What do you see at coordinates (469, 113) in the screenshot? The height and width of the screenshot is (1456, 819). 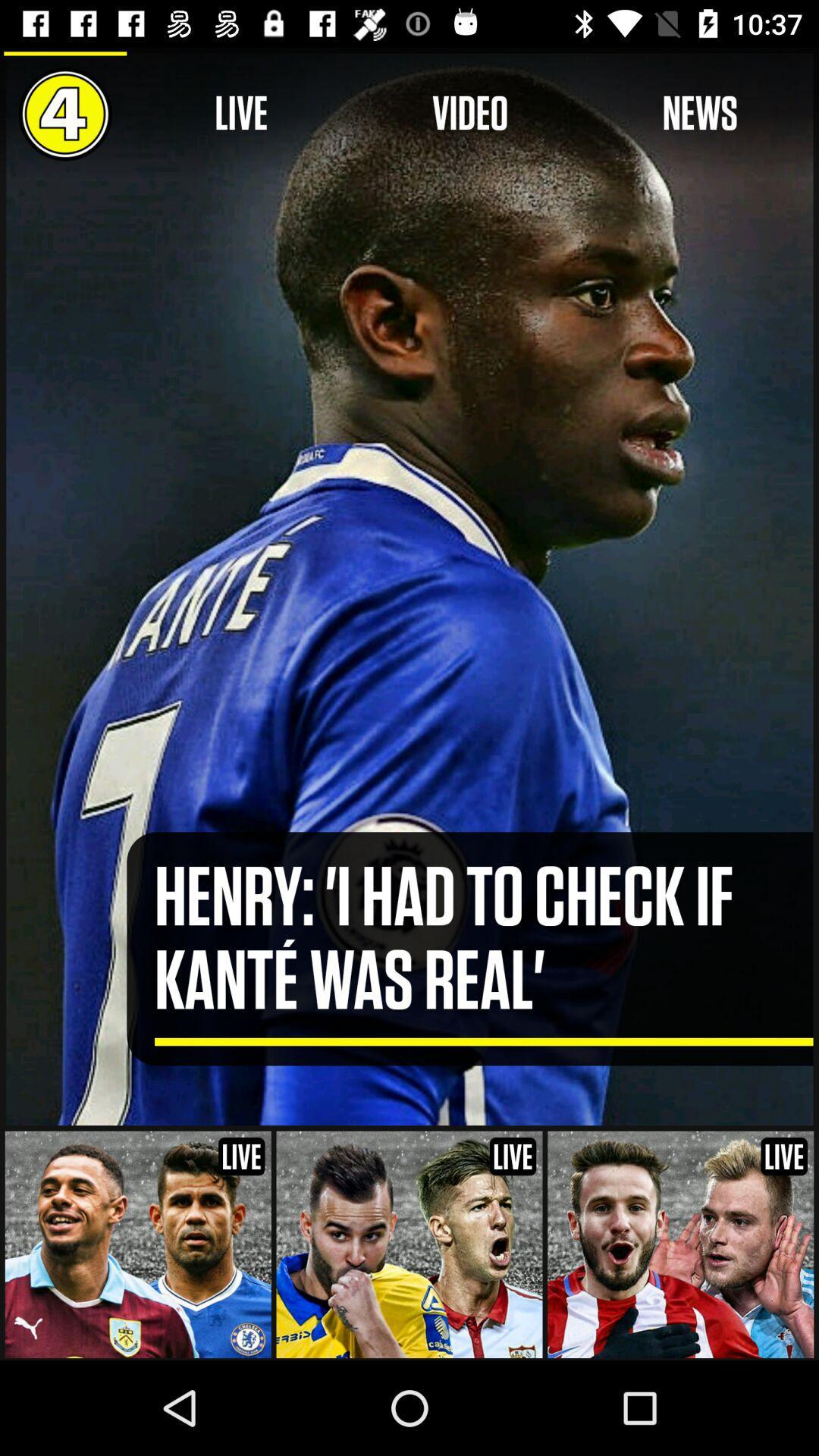 I see `the item above the henry i had icon` at bounding box center [469, 113].